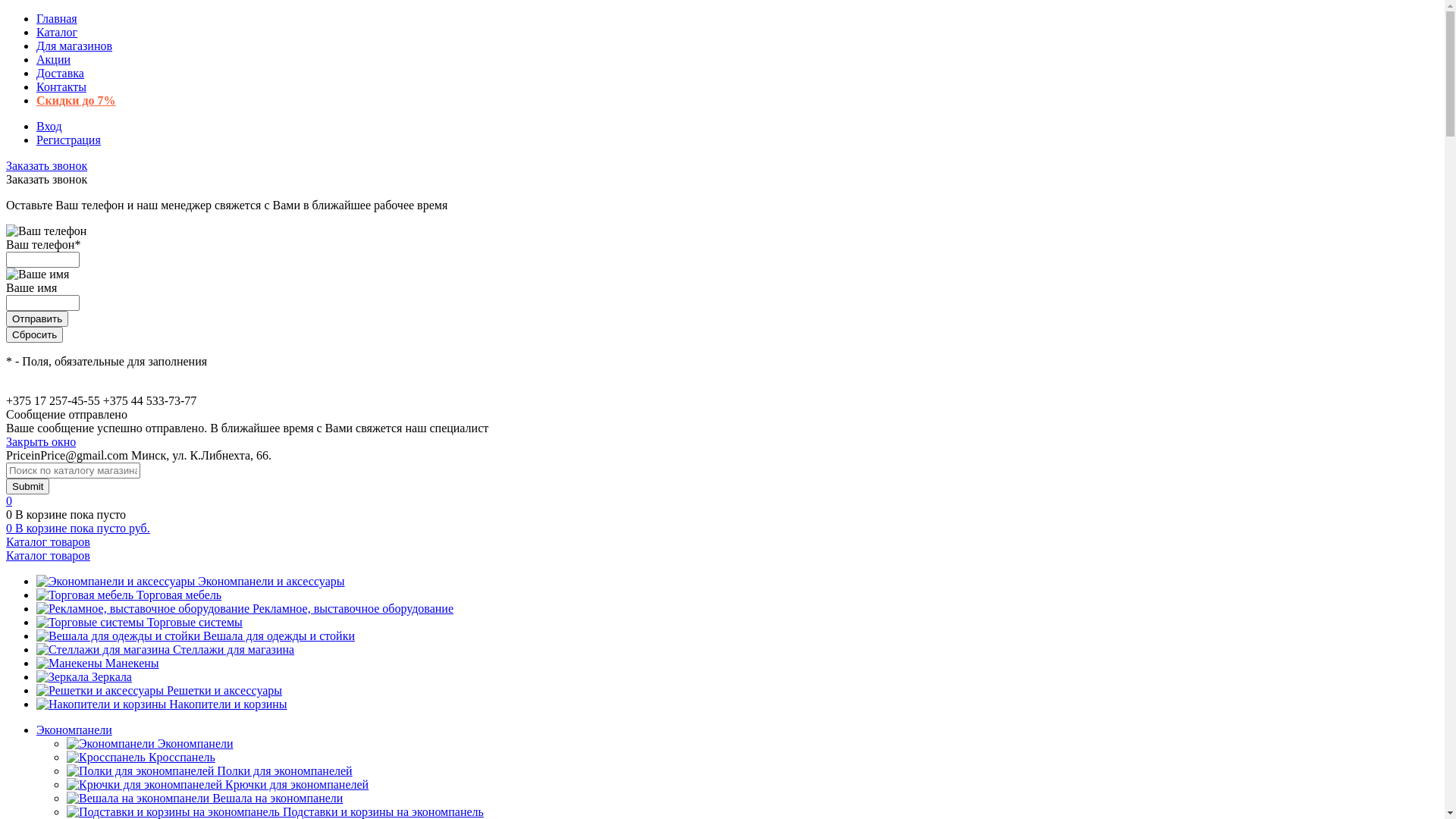 This screenshot has width=1456, height=819. What do you see at coordinates (11, 527) in the screenshot?
I see `'0'` at bounding box center [11, 527].